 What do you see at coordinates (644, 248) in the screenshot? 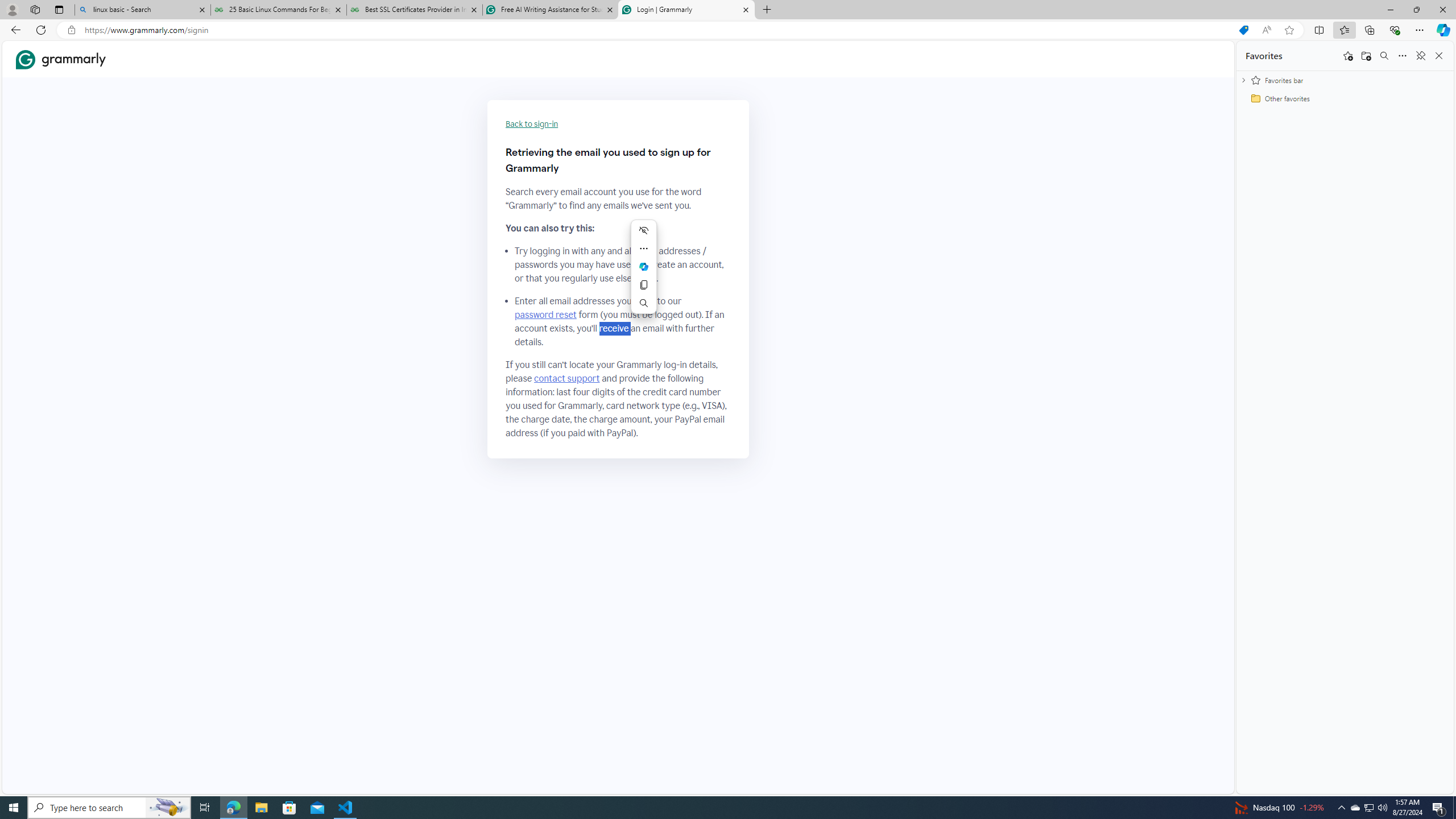
I see `'More actions'` at bounding box center [644, 248].